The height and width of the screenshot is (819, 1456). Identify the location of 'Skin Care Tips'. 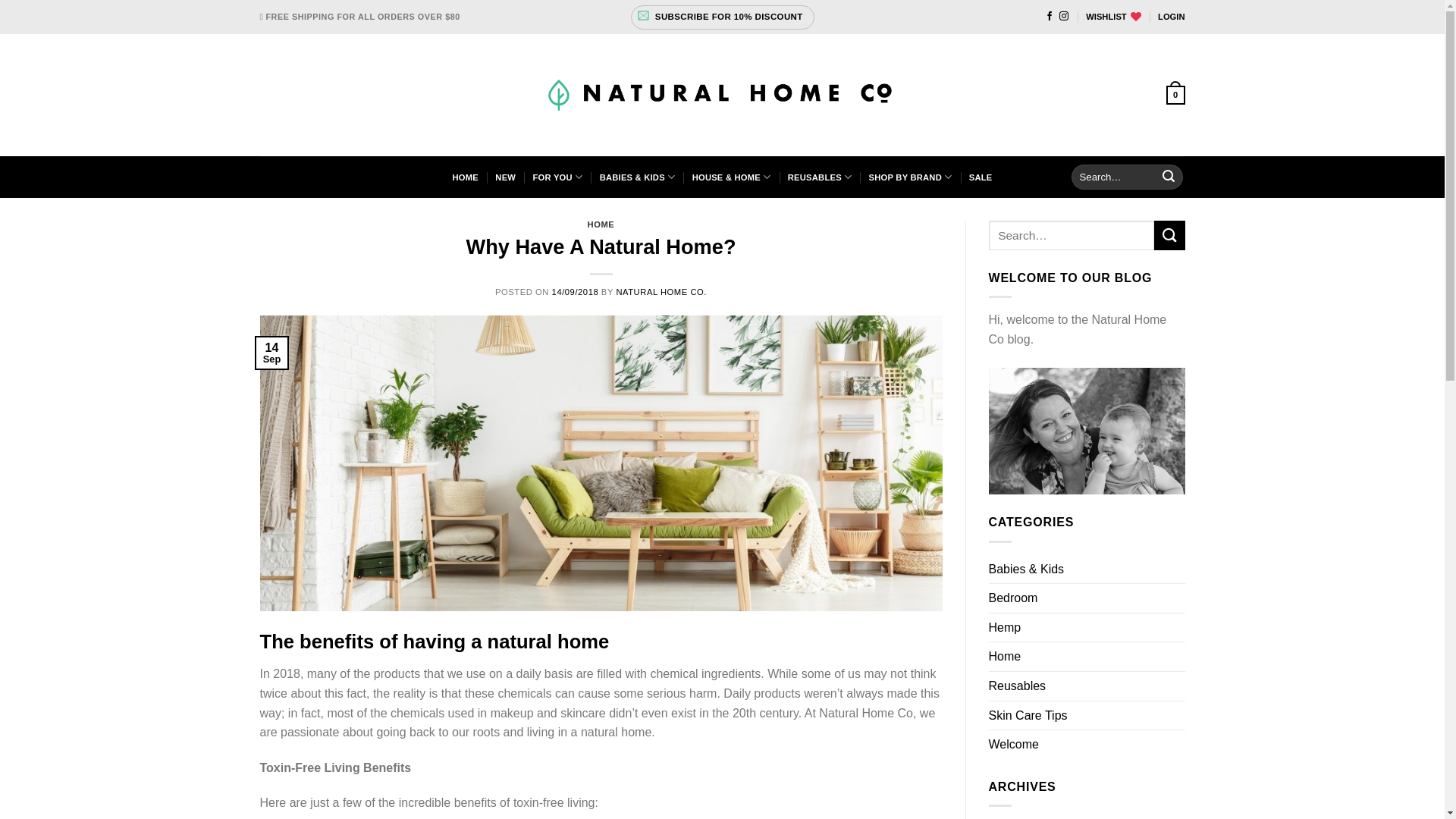
(1028, 716).